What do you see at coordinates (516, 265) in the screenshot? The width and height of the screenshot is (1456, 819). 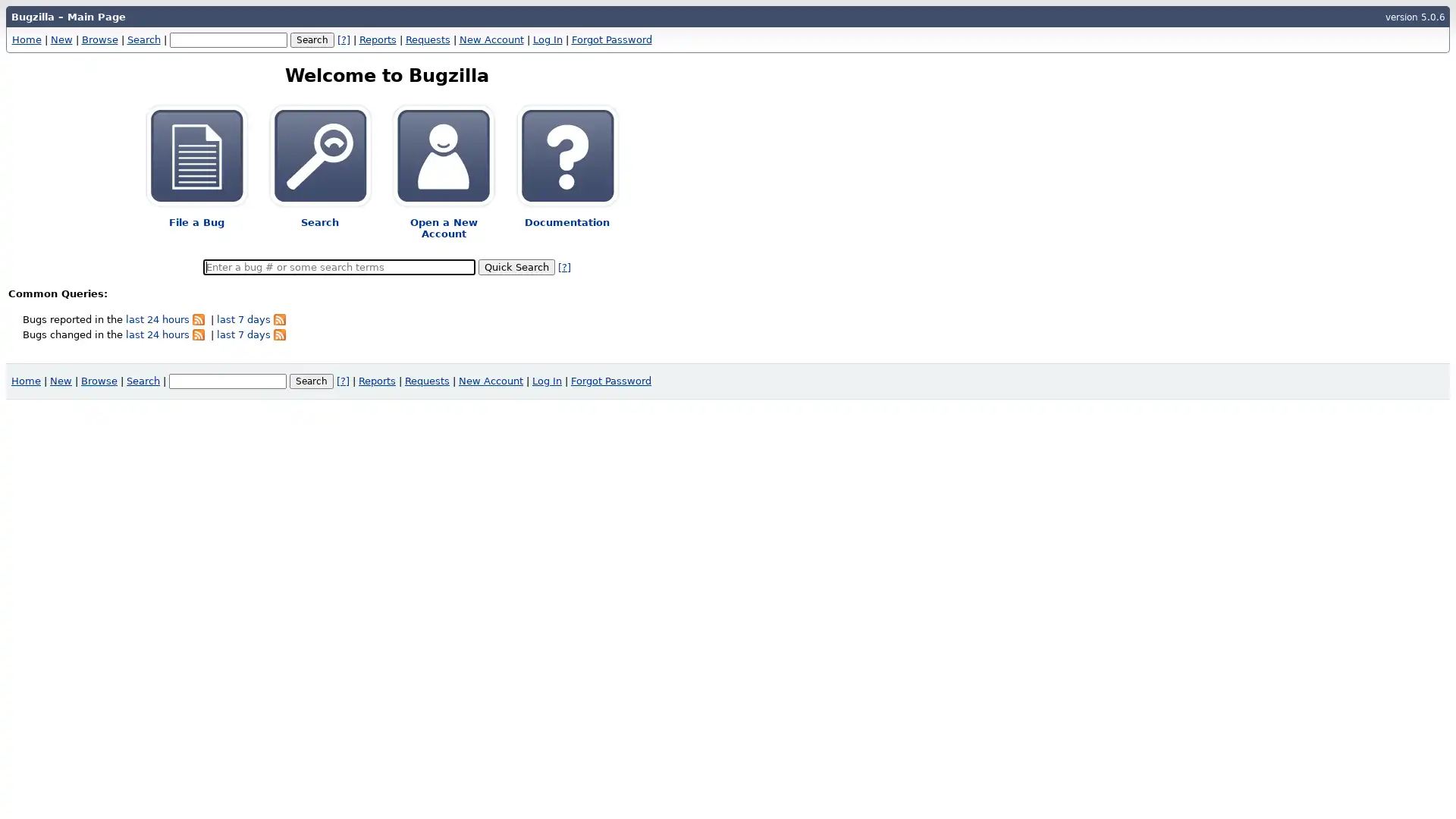 I see `Quick Search` at bounding box center [516, 265].